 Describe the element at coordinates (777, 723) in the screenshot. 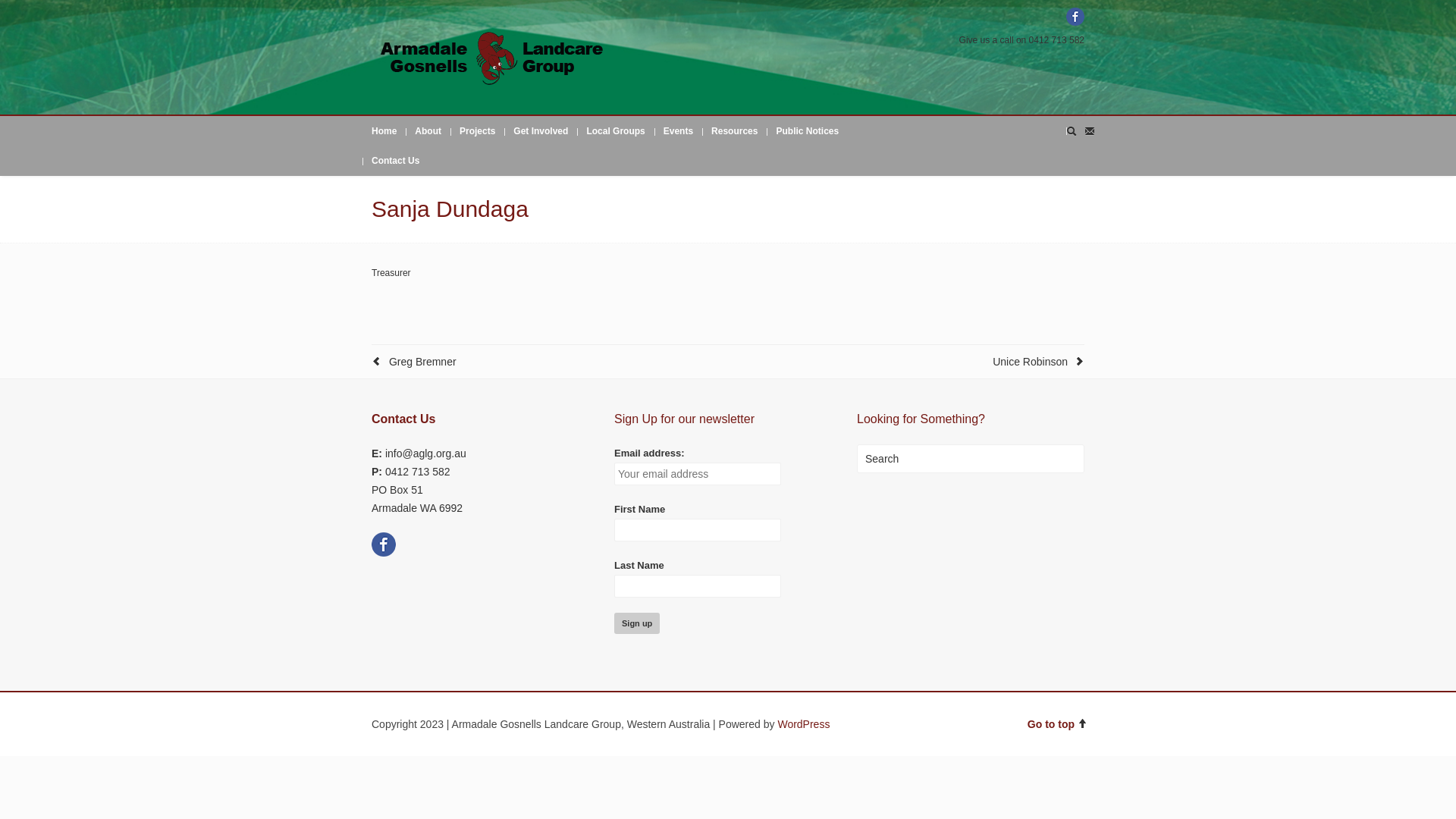

I see `'WordPress'` at that location.